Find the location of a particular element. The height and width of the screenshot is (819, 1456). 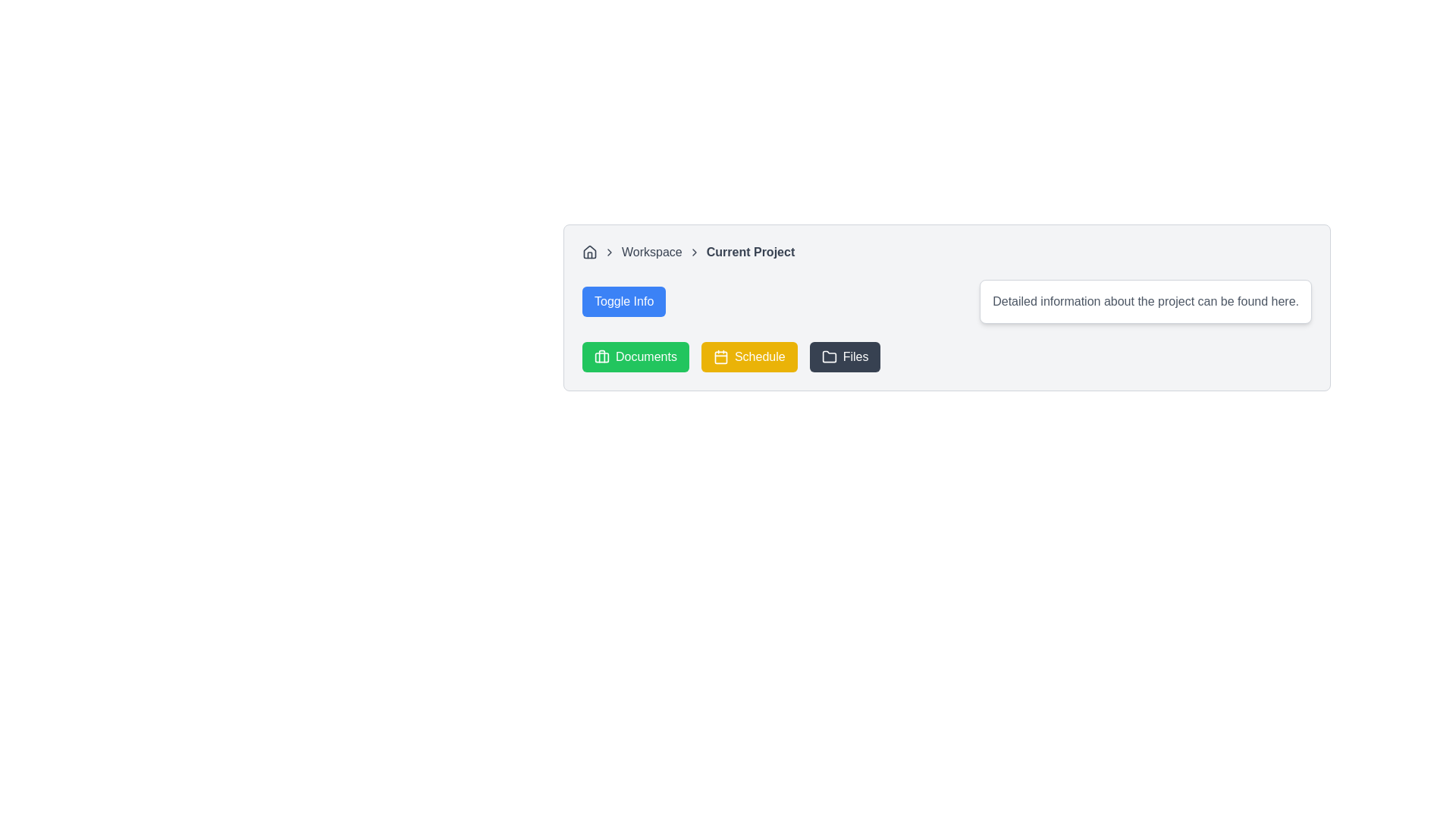

the 'Current Project' static text label in the breadcrumb navigation bar, which is displayed in bold font and positioned to the right of the 'Workspace' text is located at coordinates (750, 251).